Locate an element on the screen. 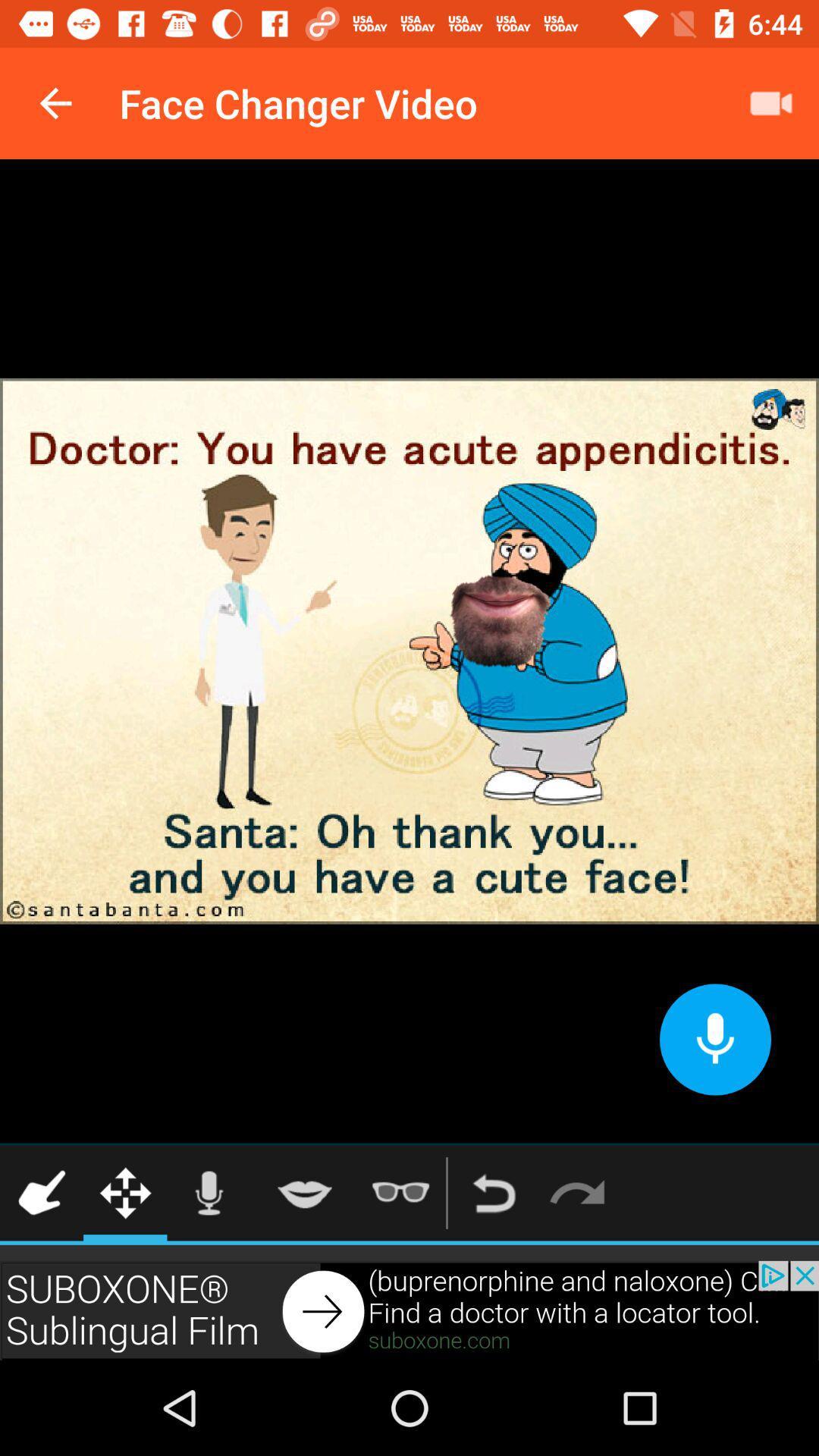  the microphone icon is located at coordinates (209, 1192).